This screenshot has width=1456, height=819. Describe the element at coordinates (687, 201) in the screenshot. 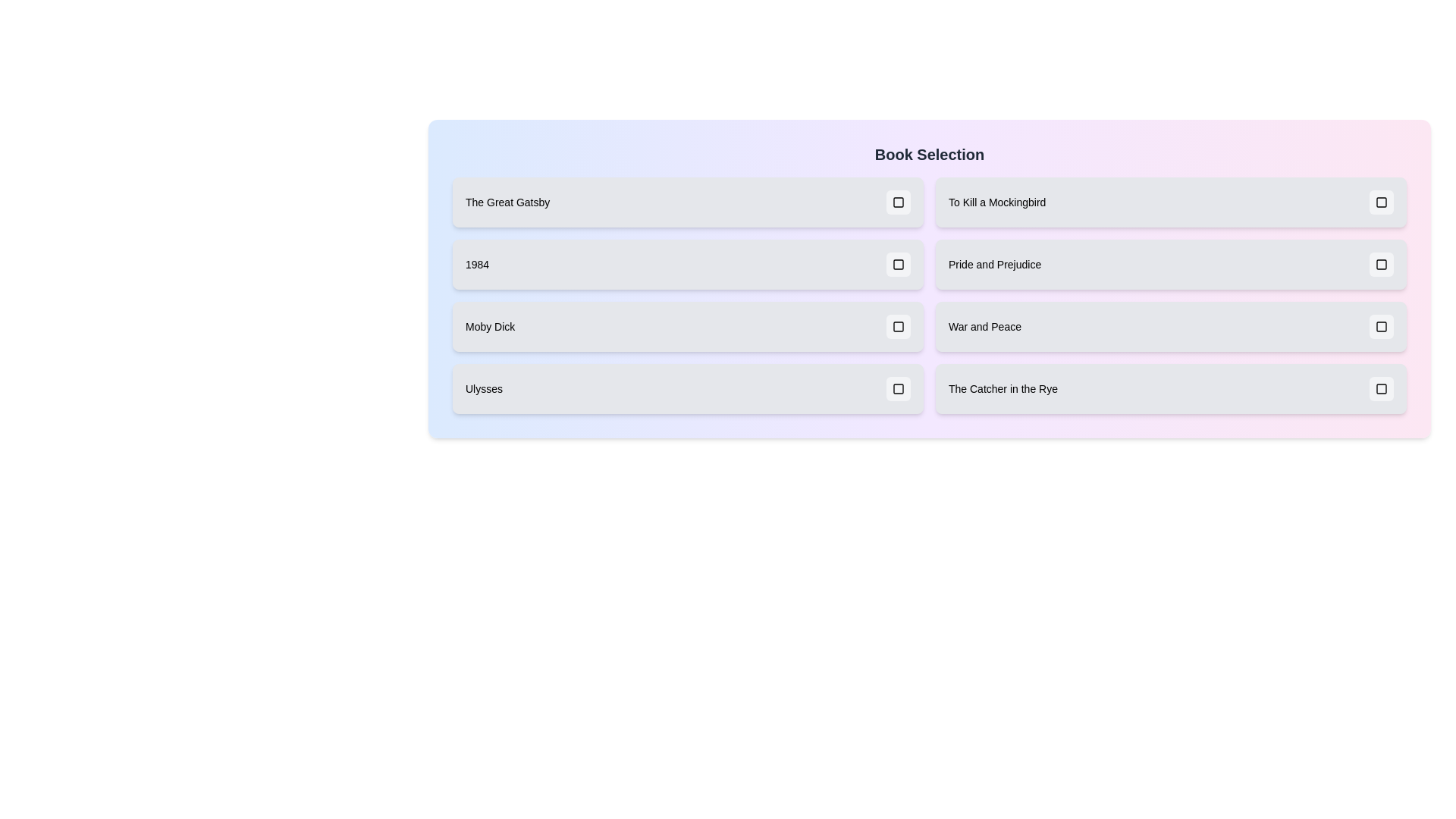

I see `the book title The Great Gatsby to toggle its selection` at that location.